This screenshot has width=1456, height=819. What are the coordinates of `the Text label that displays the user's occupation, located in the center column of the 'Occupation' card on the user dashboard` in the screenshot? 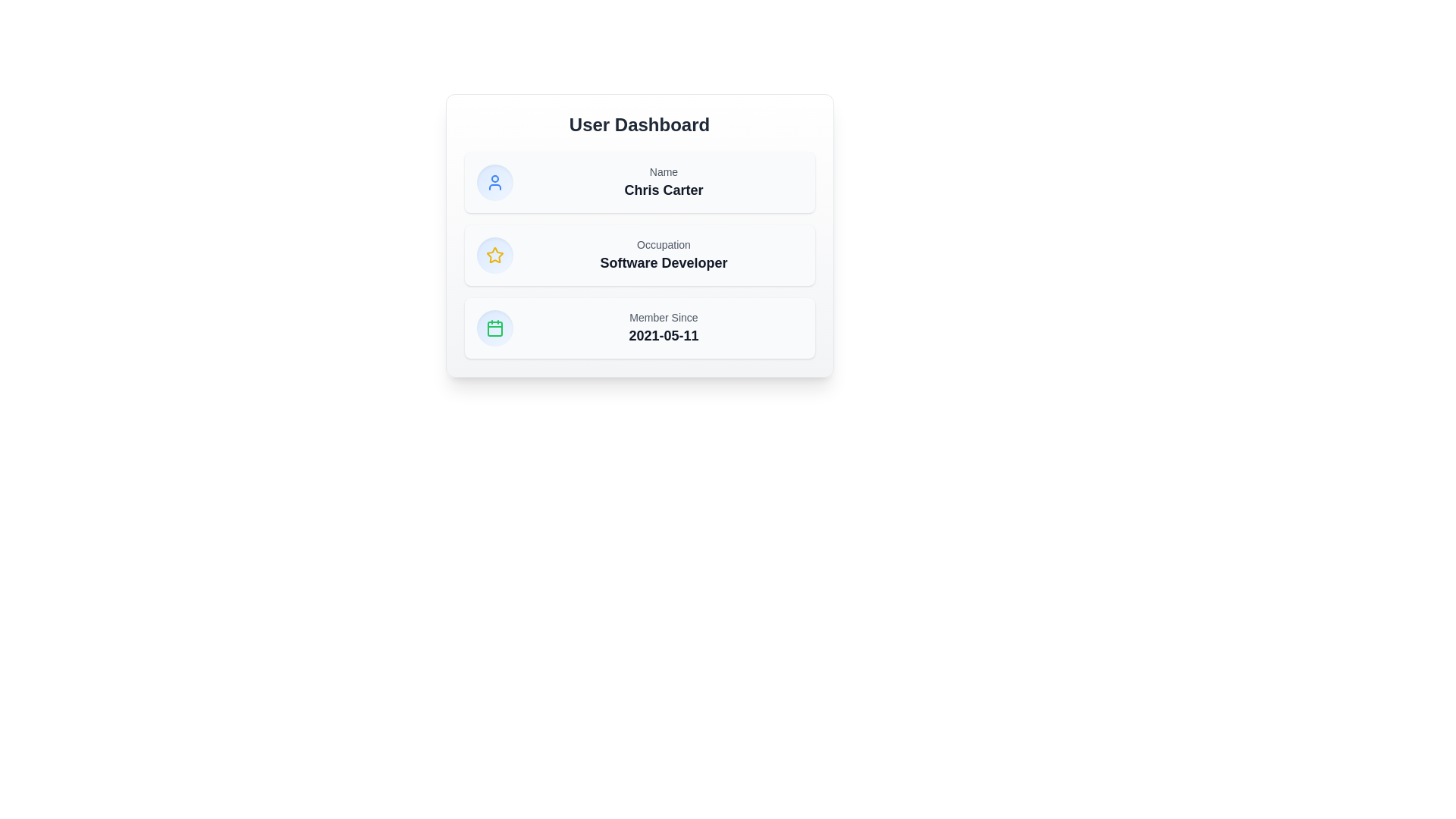 It's located at (664, 262).